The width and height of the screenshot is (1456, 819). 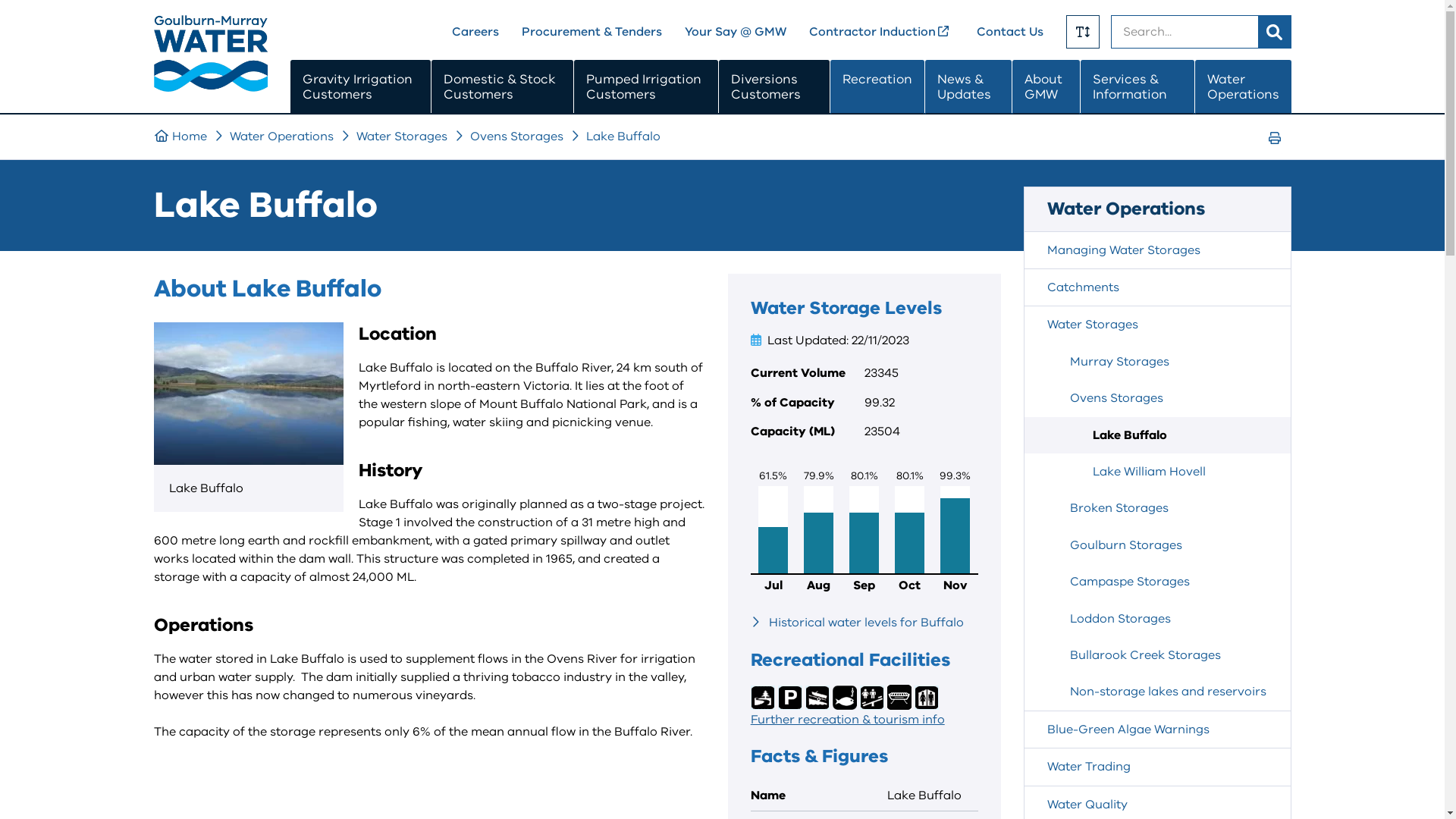 I want to click on 'Campaspe Storages', so click(x=1156, y=581).